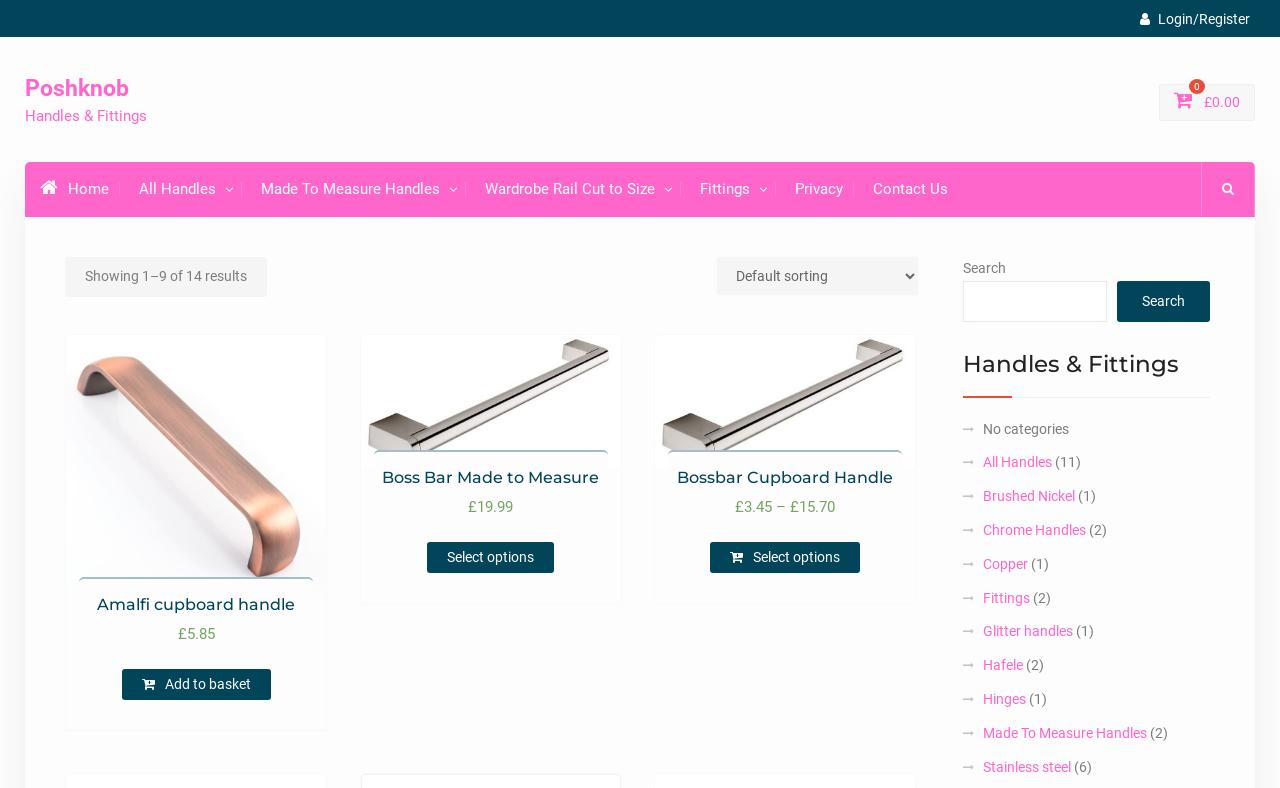  What do you see at coordinates (1016, 461) in the screenshot?
I see `'All Handles'` at bounding box center [1016, 461].